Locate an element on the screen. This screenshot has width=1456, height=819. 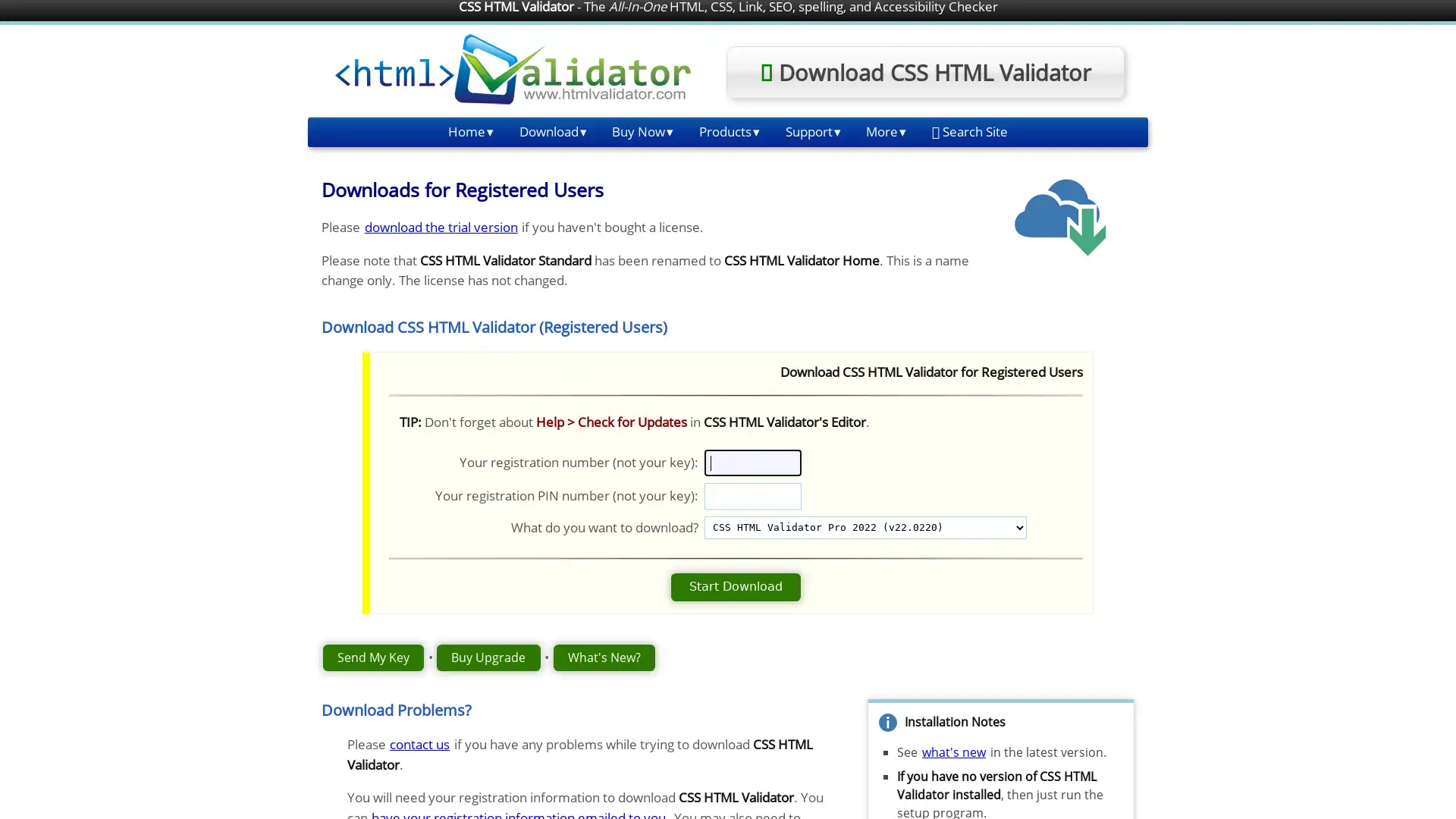
Start Download is located at coordinates (735, 585).